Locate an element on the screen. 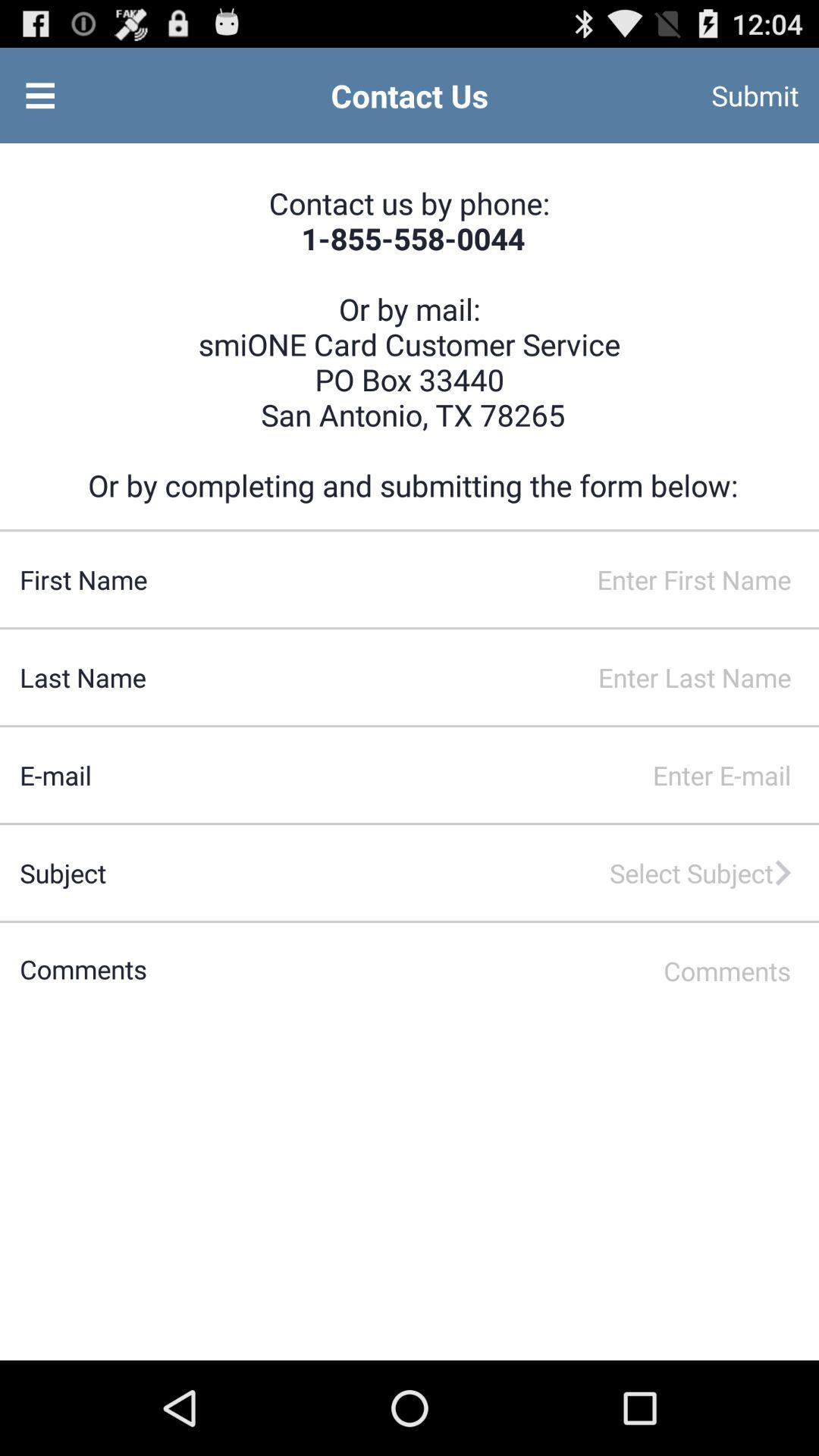 The image size is (819, 1456). selects the subject is located at coordinates (452, 873).